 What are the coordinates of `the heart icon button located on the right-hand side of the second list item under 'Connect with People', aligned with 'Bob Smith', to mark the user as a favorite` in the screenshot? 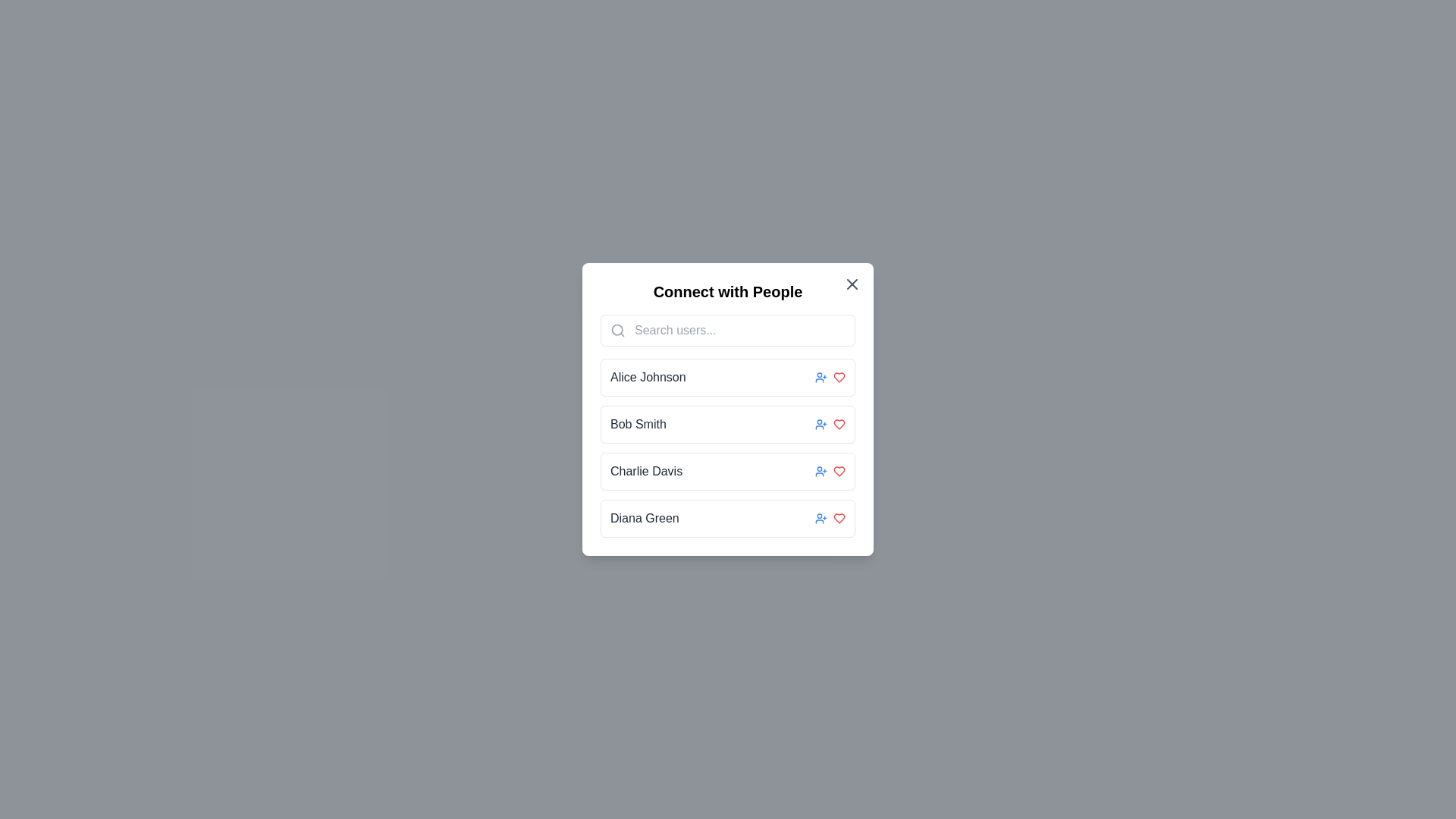 It's located at (839, 424).